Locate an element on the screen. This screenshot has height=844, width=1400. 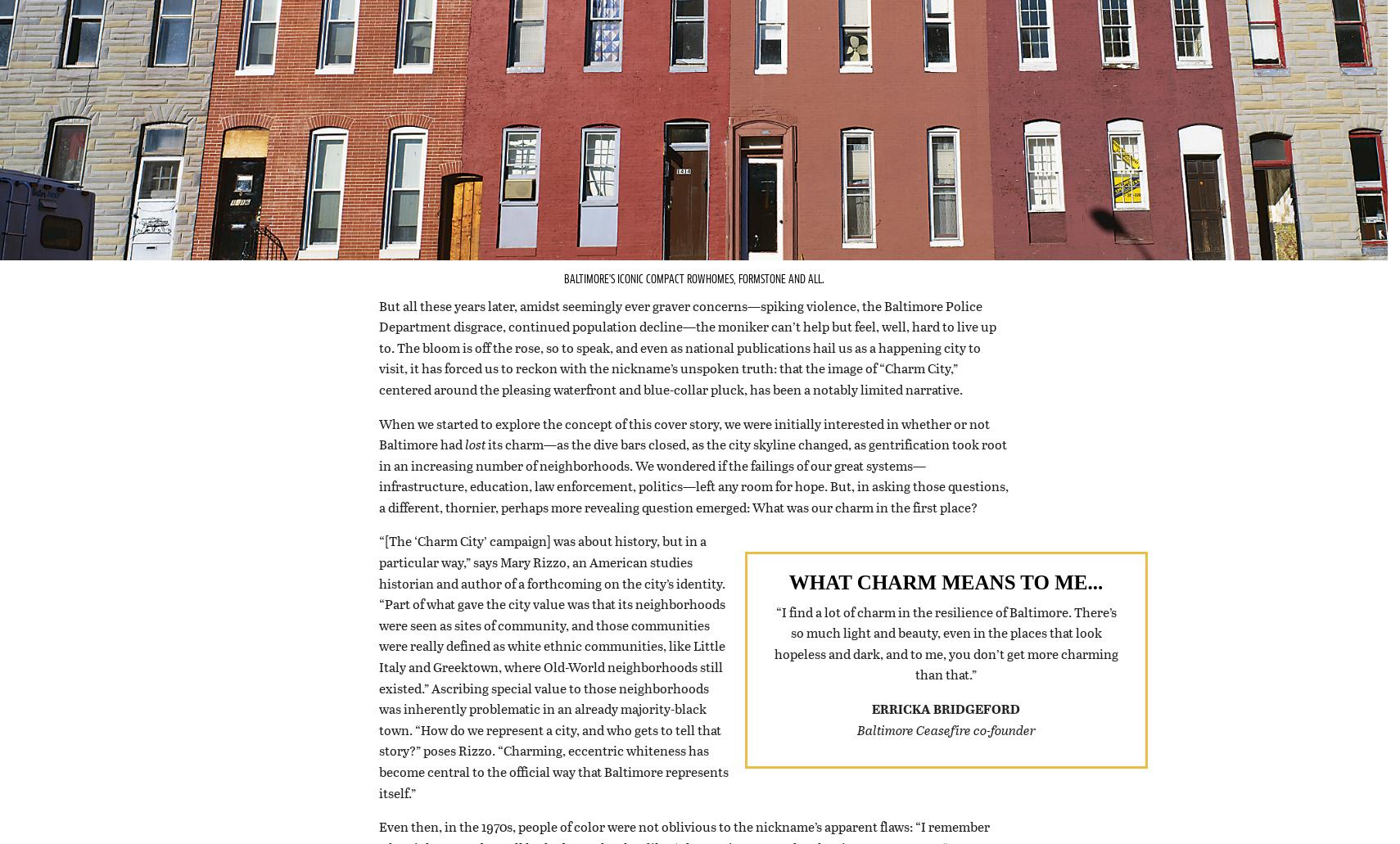
'Baltimore Ceasefire co-founder' is located at coordinates (944, 750).